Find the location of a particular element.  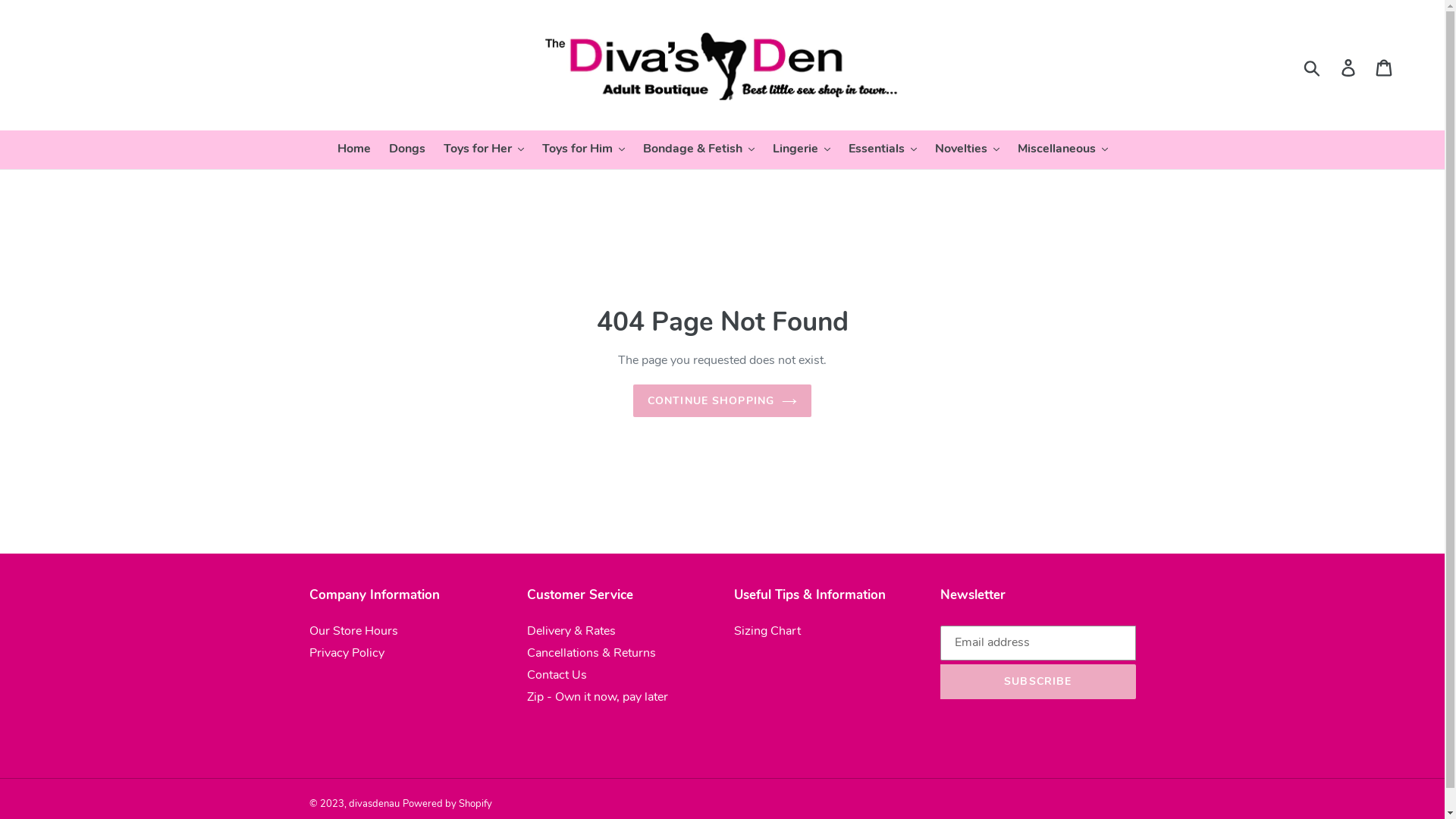

'Dongs' is located at coordinates (406, 149).